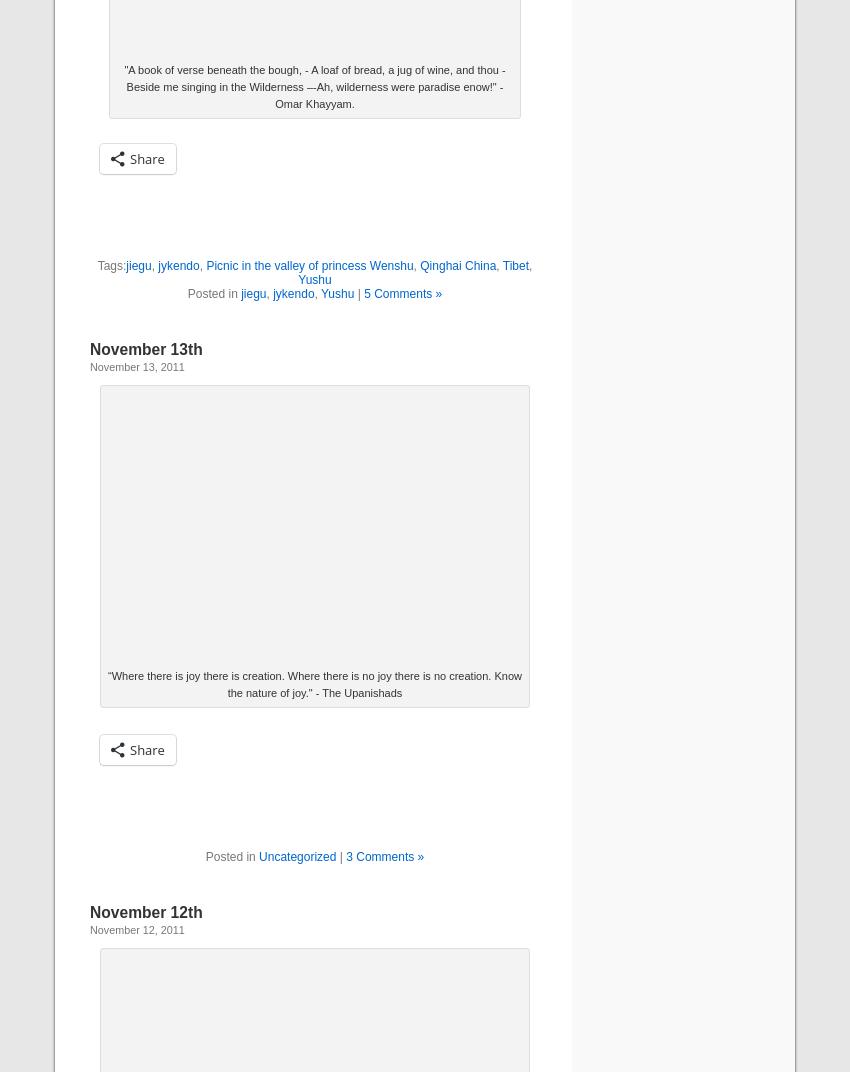  What do you see at coordinates (402, 291) in the screenshot?
I see `'5 Comments »'` at bounding box center [402, 291].